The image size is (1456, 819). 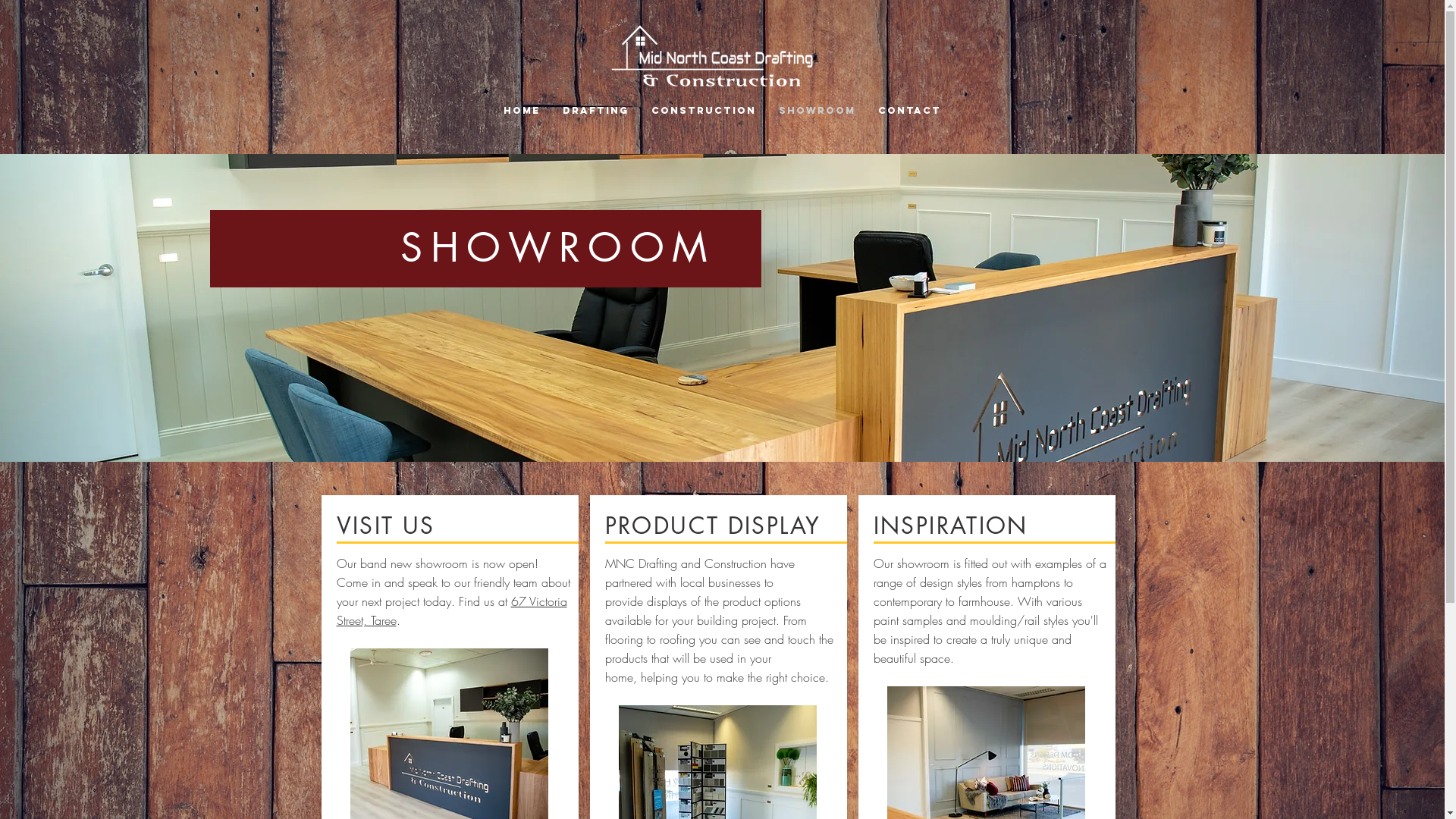 I want to click on 'CONTACT', so click(x=909, y=108).